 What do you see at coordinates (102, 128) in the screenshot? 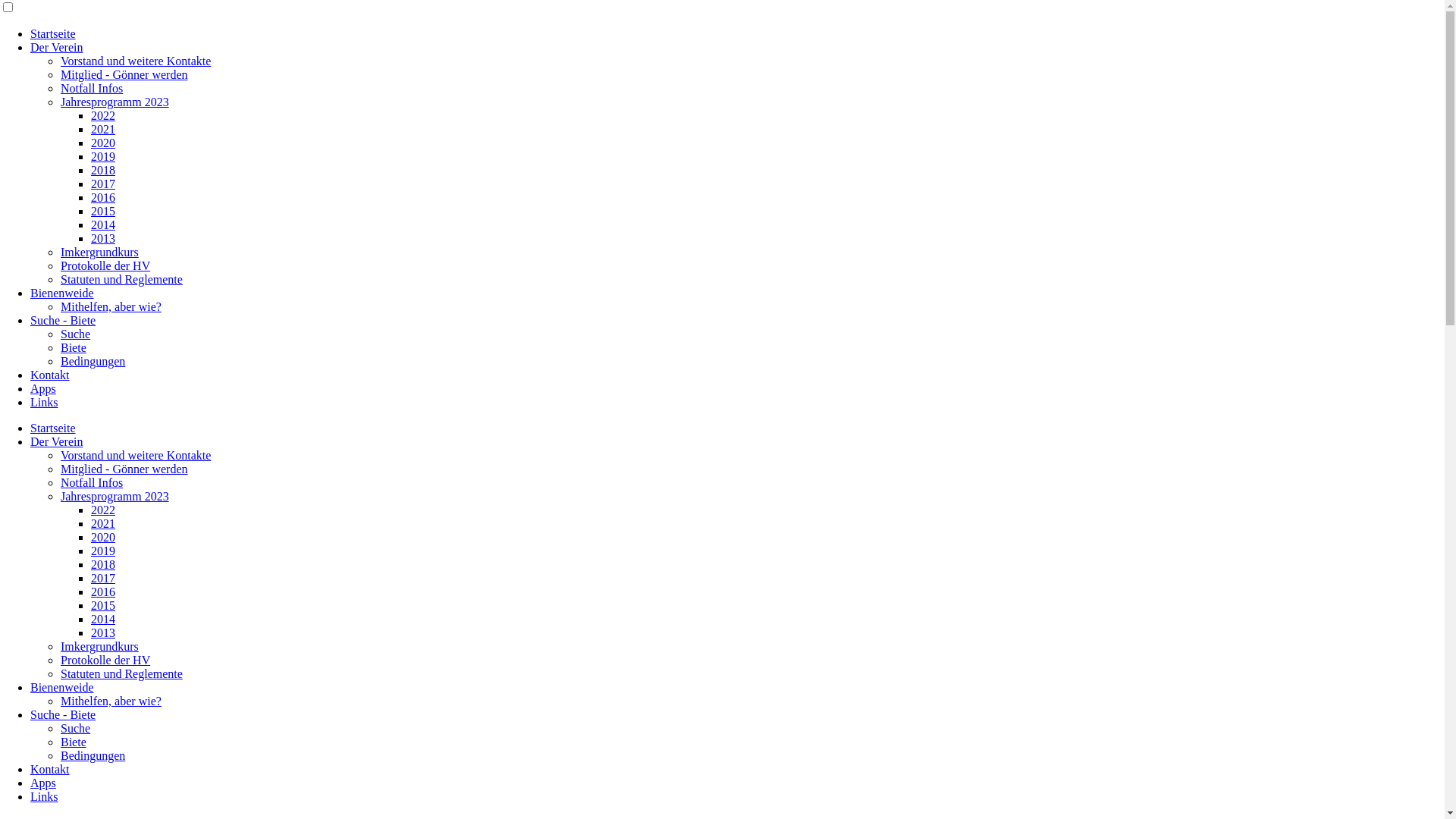
I see `'2021'` at bounding box center [102, 128].